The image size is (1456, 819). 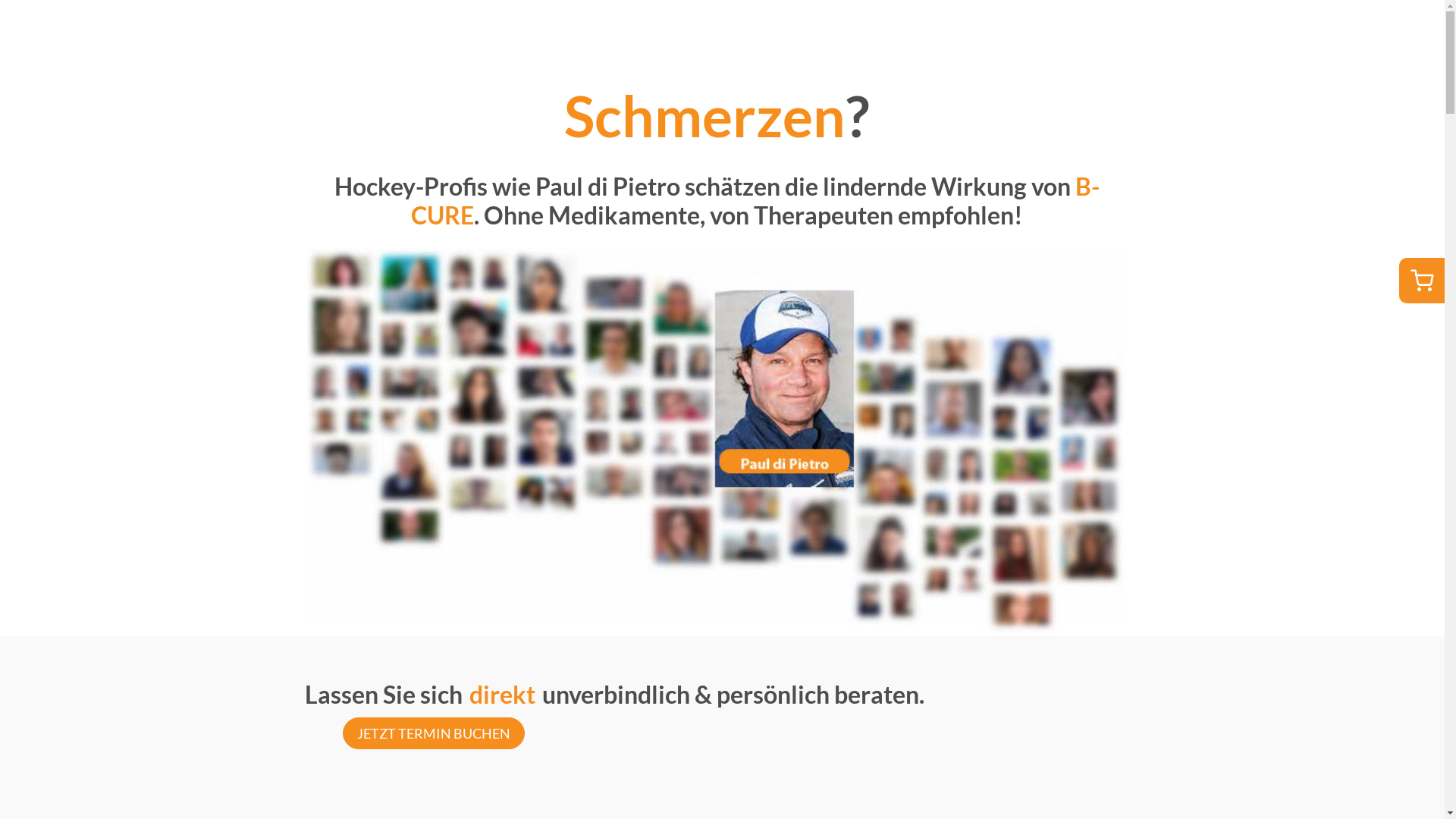 What do you see at coordinates (341, 733) in the screenshot?
I see `'JETZT TERMIN BUCHEN'` at bounding box center [341, 733].